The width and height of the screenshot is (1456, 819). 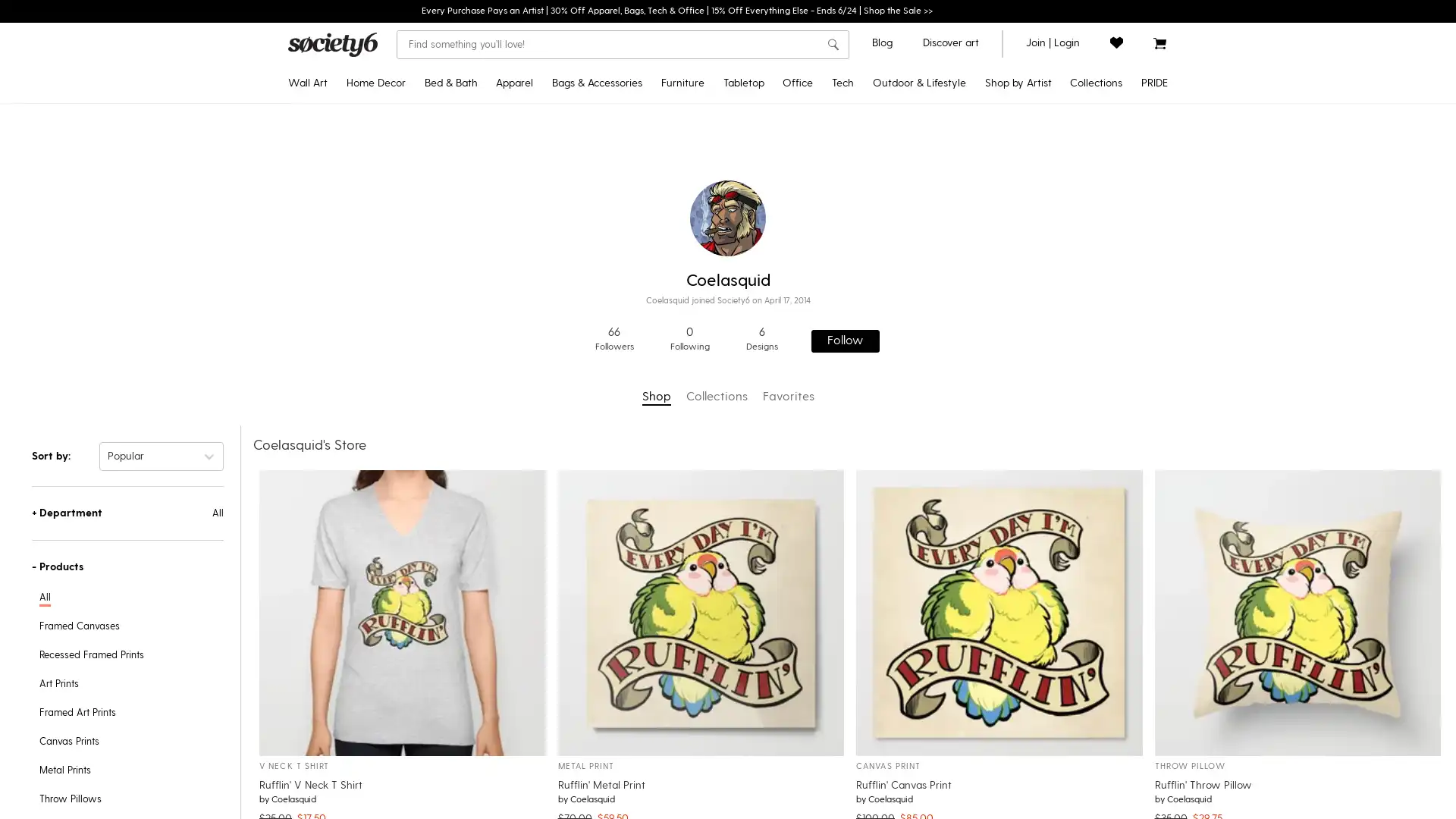 I want to click on Leggings, so click(x=562, y=292).